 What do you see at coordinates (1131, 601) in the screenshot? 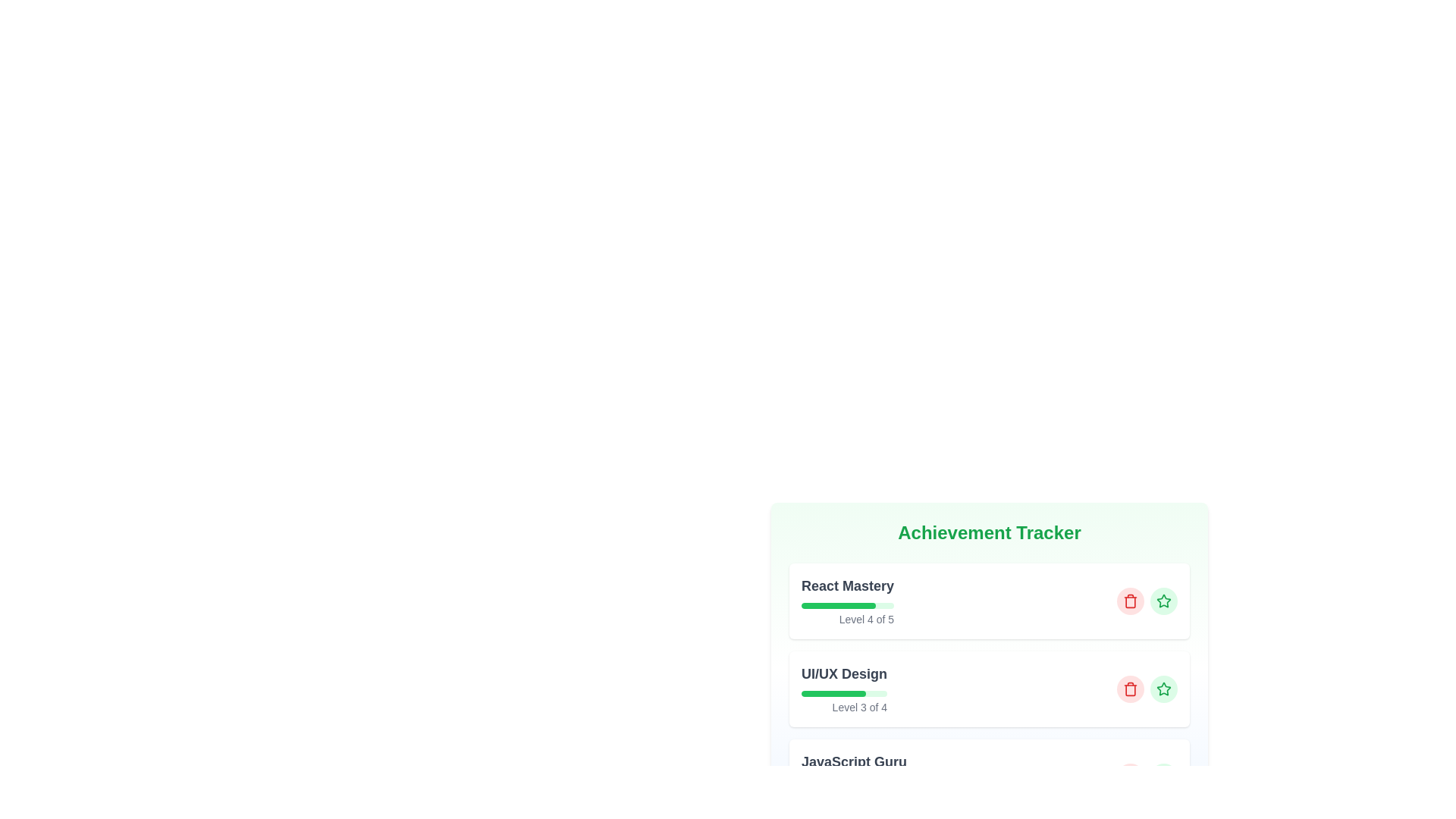
I see `the circular button with a trash can icon, styled with a light red background, located next to the 'React Mastery' achievement in the 'Achievement Tracker' interface to possibly see a tooltip` at bounding box center [1131, 601].